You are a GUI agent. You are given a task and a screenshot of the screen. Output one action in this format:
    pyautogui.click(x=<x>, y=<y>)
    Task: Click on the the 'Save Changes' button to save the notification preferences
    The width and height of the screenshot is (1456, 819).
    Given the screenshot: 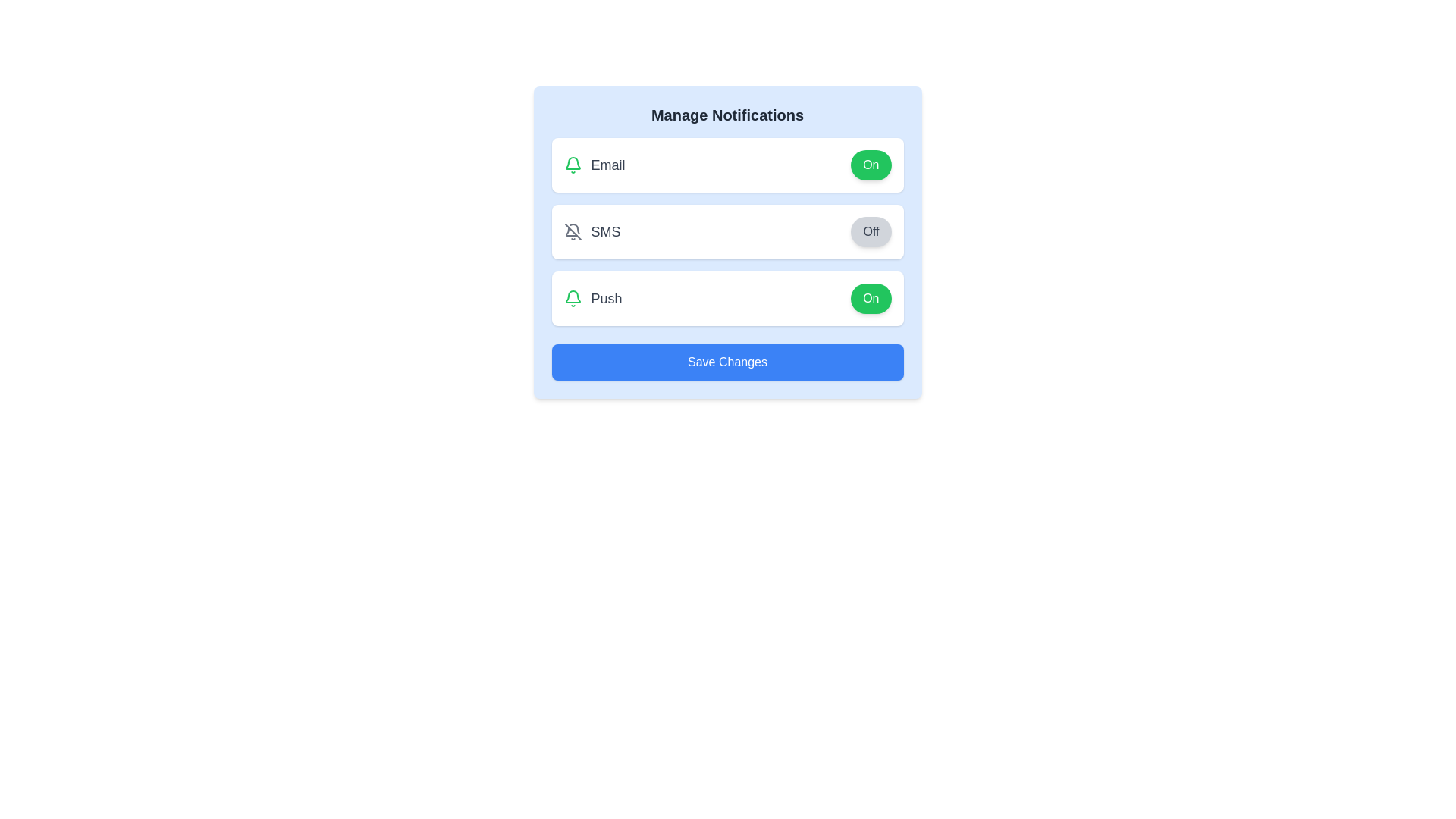 What is the action you would take?
    pyautogui.click(x=726, y=362)
    